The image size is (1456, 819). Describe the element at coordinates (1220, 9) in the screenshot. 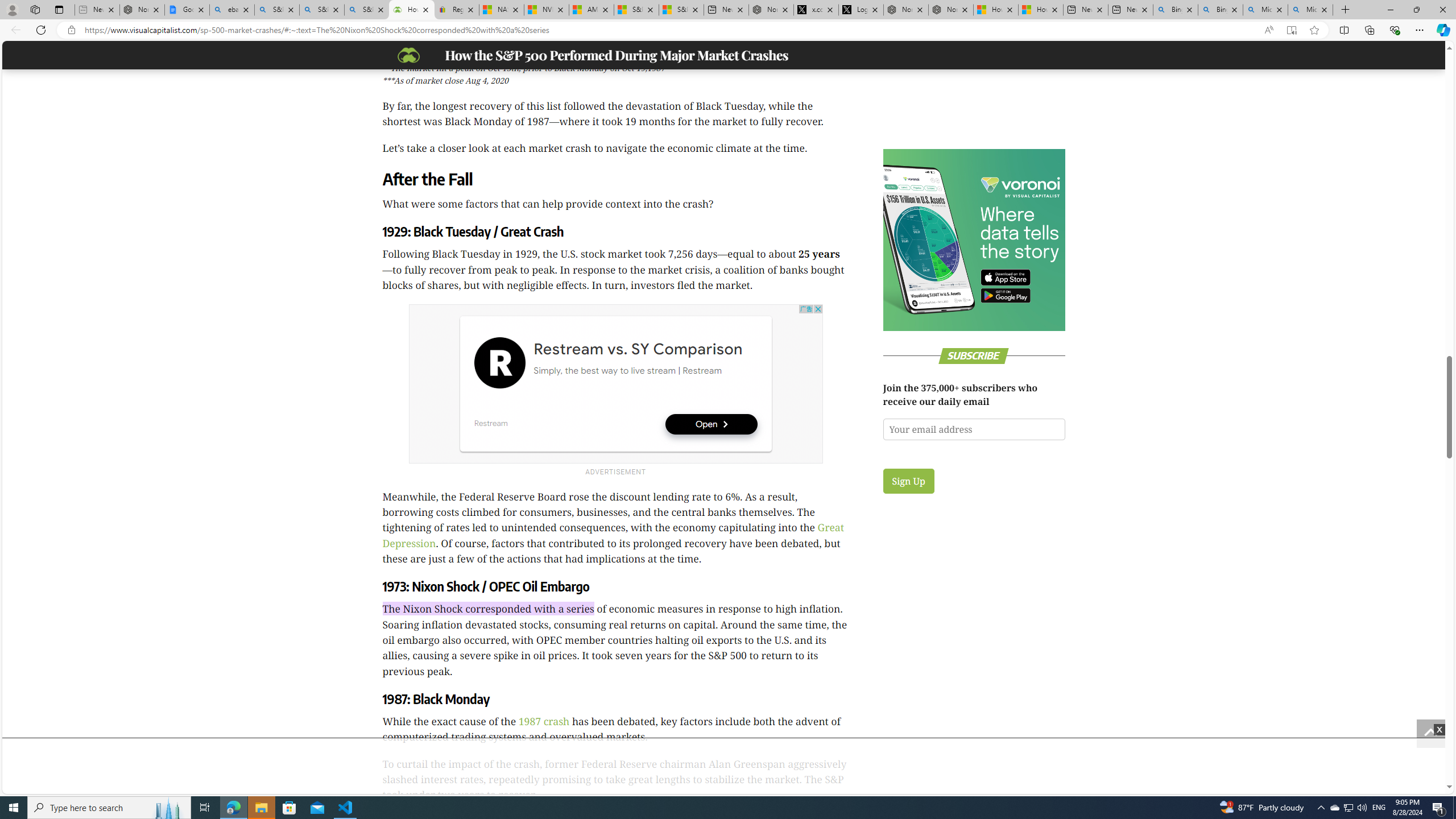

I see `'Bing AI - Search'` at that location.